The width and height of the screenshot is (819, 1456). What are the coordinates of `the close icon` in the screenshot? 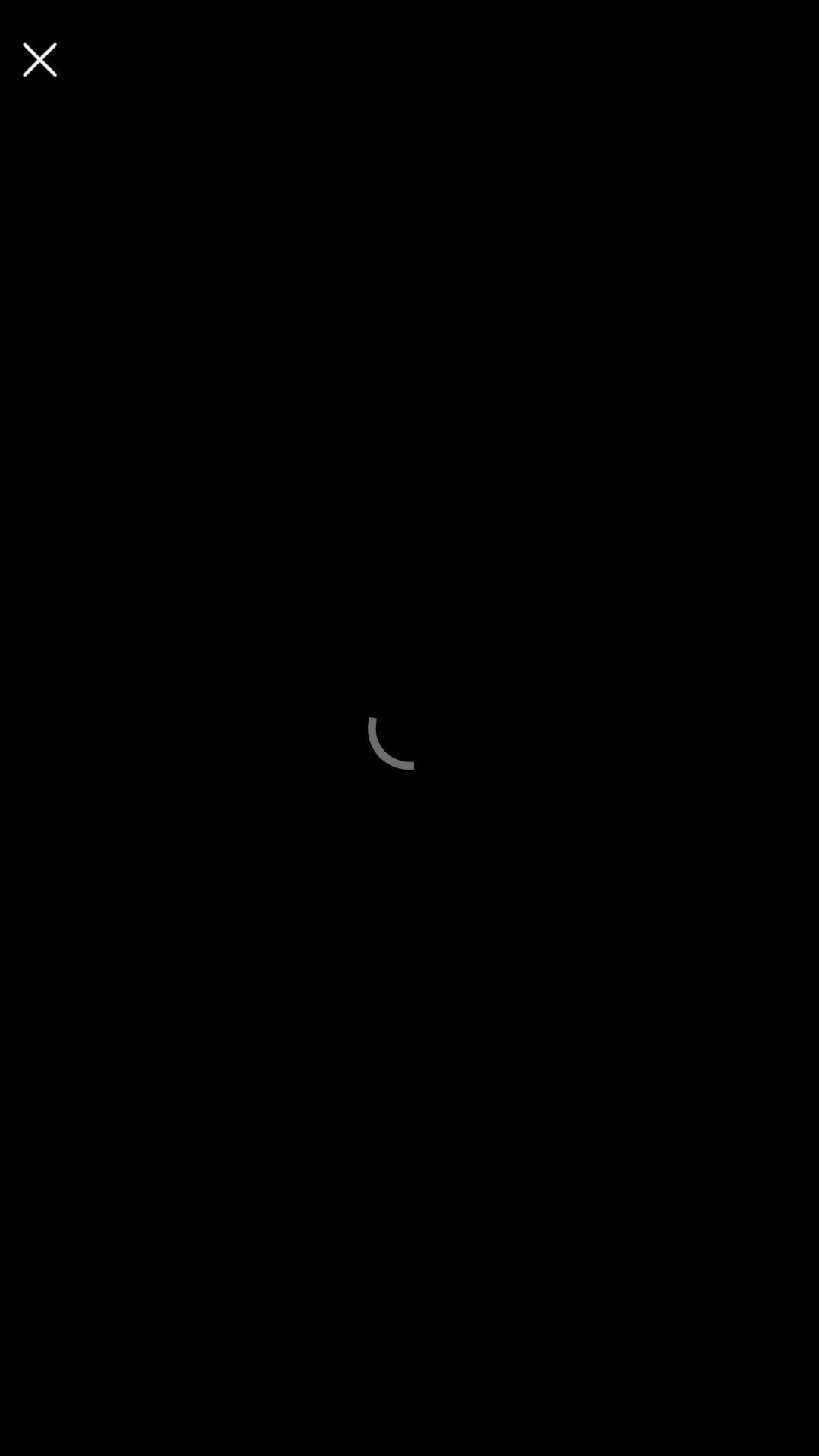 It's located at (39, 59).